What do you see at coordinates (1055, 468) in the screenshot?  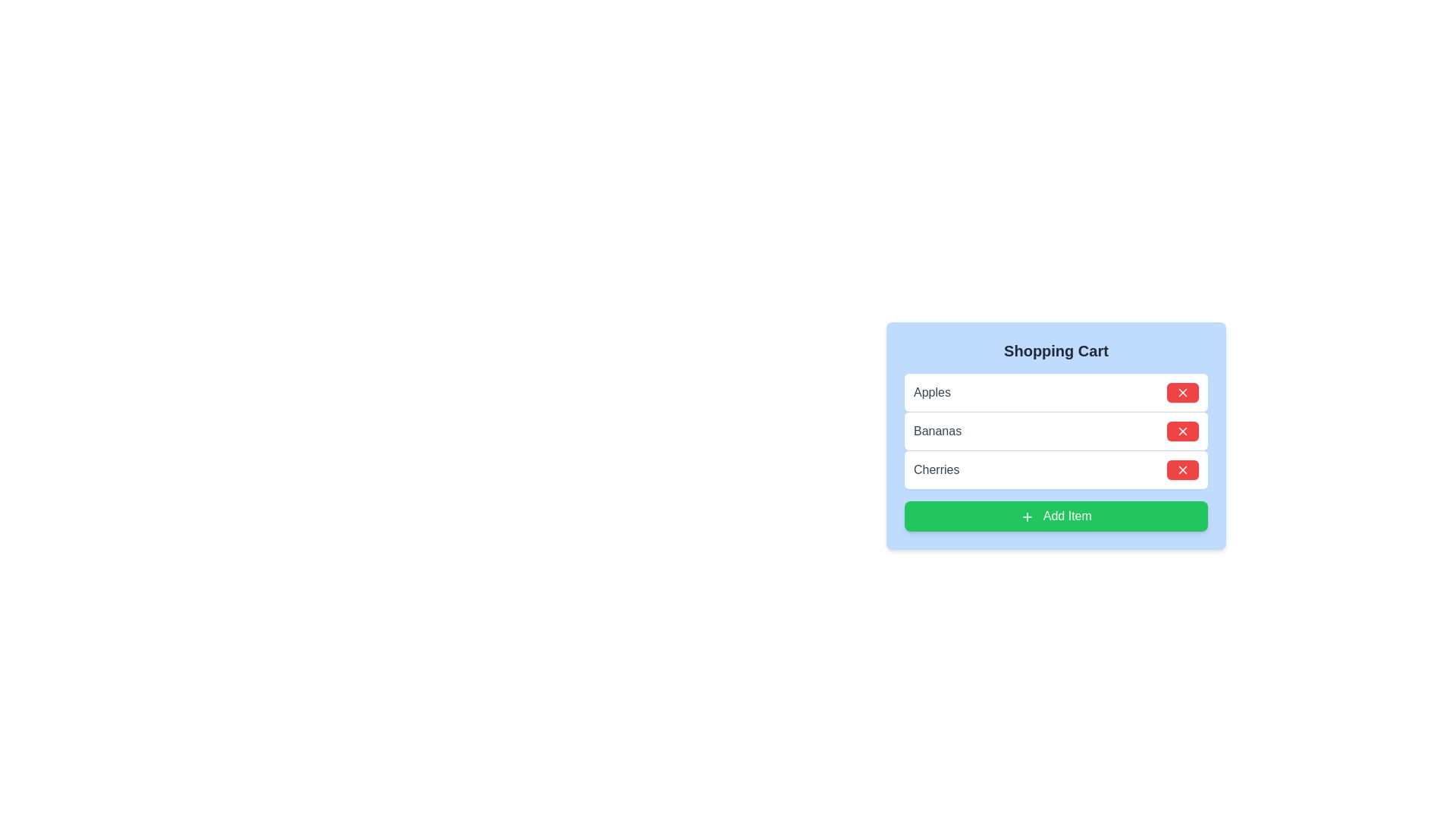 I see `the third item in the shopping cart list, which includes an item name and a red button for removal` at bounding box center [1055, 468].